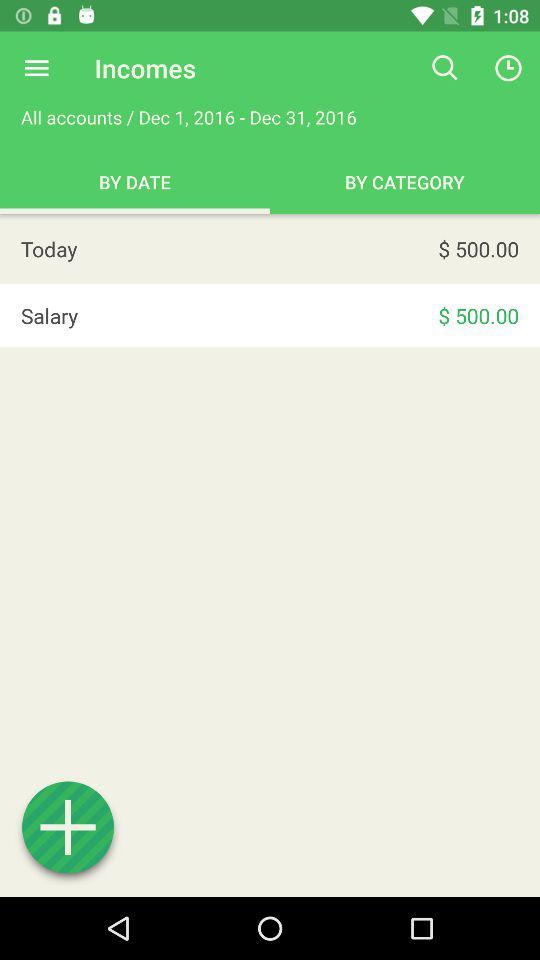  I want to click on icon to the left of the incomes item, so click(36, 68).